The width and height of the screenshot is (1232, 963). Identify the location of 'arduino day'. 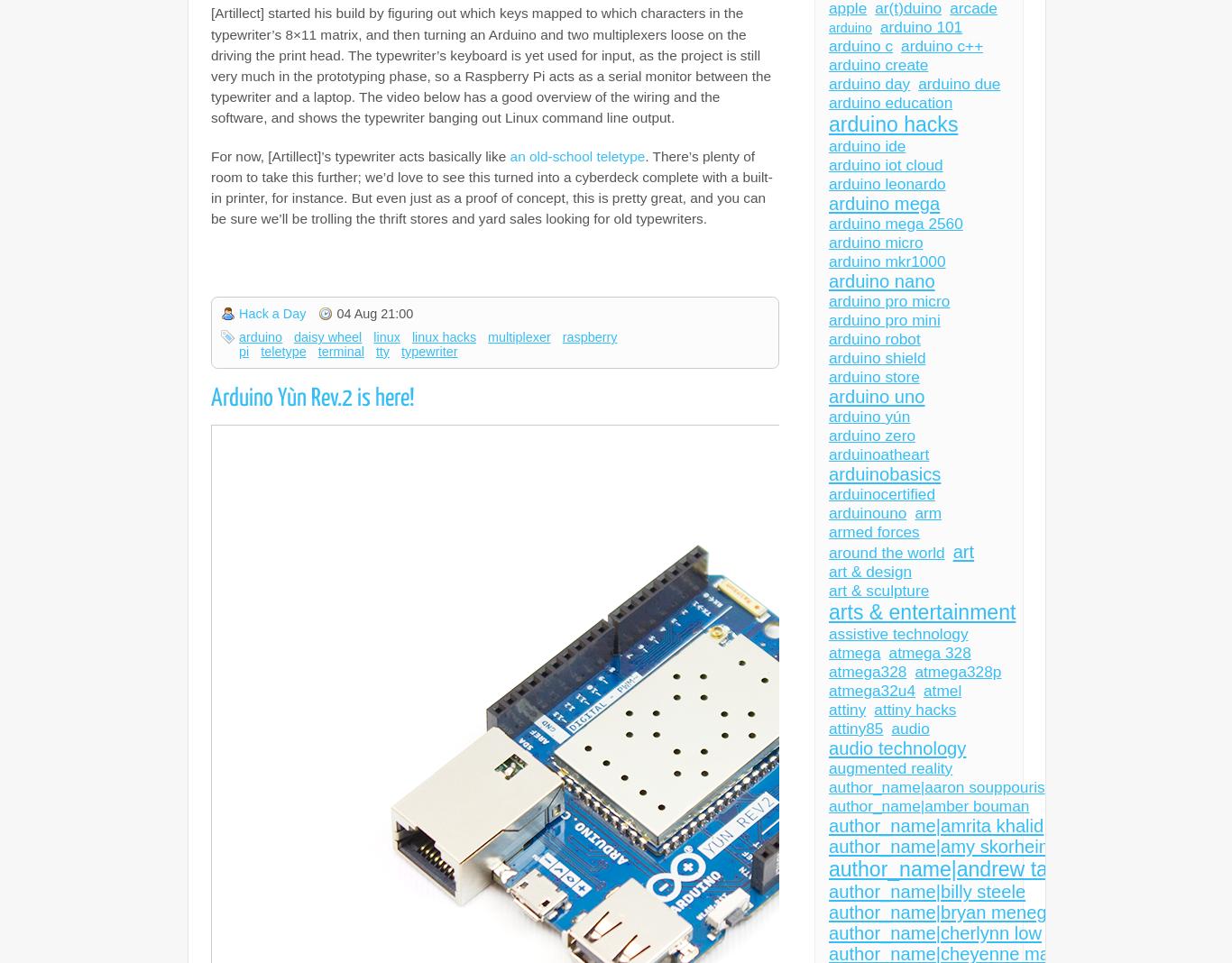
(869, 83).